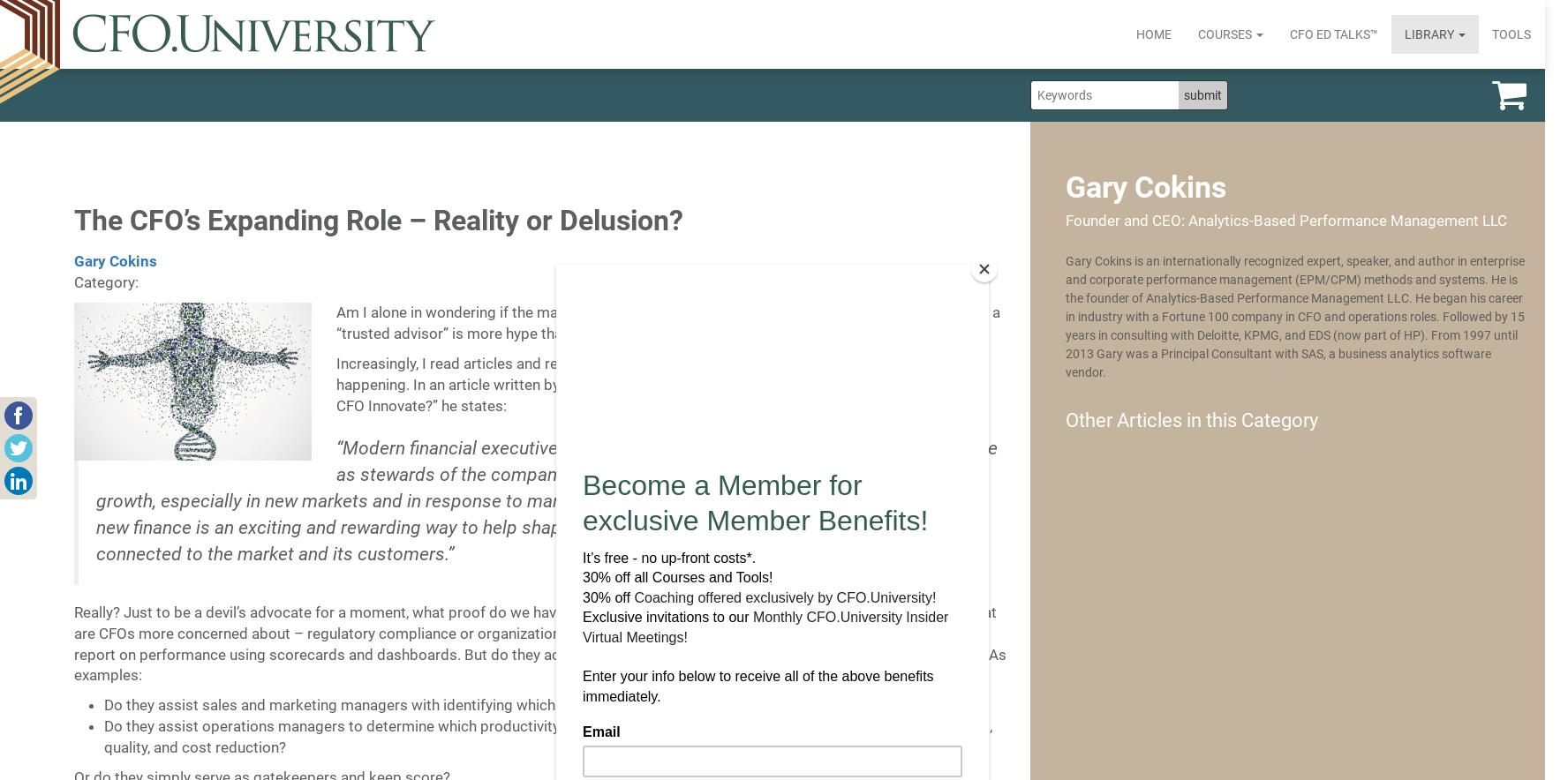 Image resolution: width=1568 pixels, height=780 pixels. I want to click on 'Am I alone in wondering if the many references and articles concerning the CFO’s emerging role as a “trusted advisor” is more hype than reality?', so click(667, 321).